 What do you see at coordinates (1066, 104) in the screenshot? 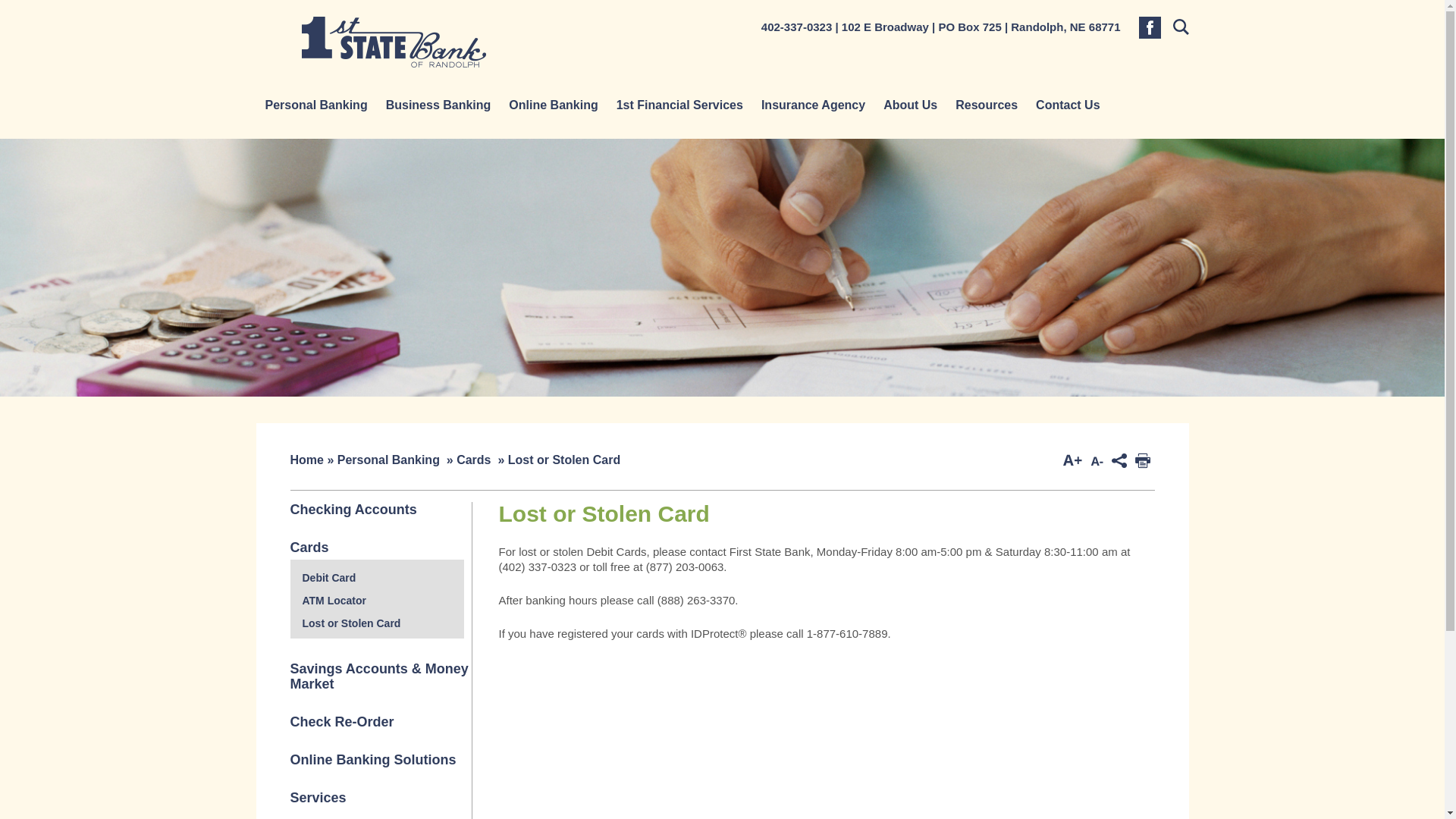
I see `'Contact Us'` at bounding box center [1066, 104].